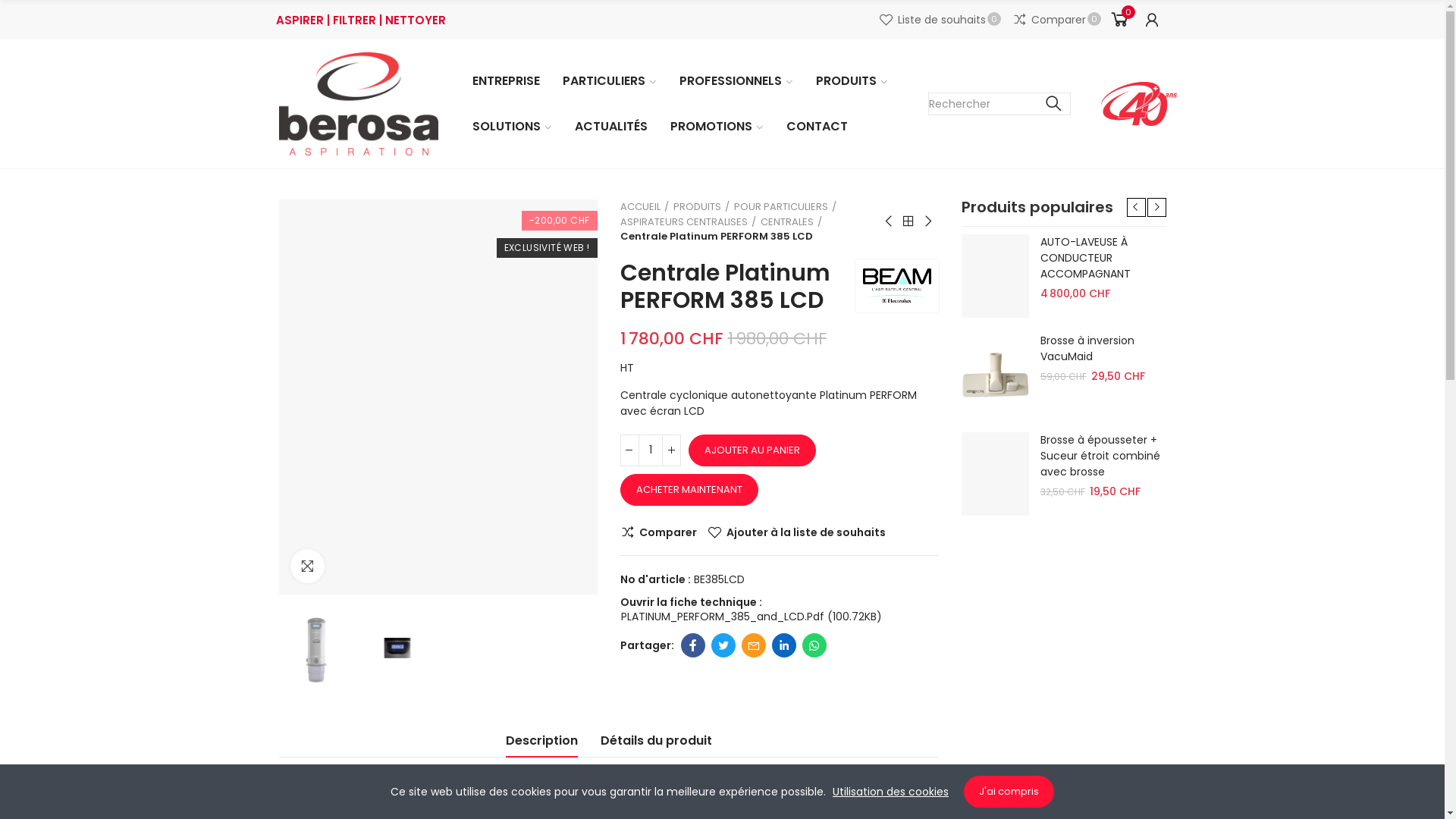 This screenshot has width=1456, height=819. I want to click on 'SOLUTIONS', so click(512, 125).